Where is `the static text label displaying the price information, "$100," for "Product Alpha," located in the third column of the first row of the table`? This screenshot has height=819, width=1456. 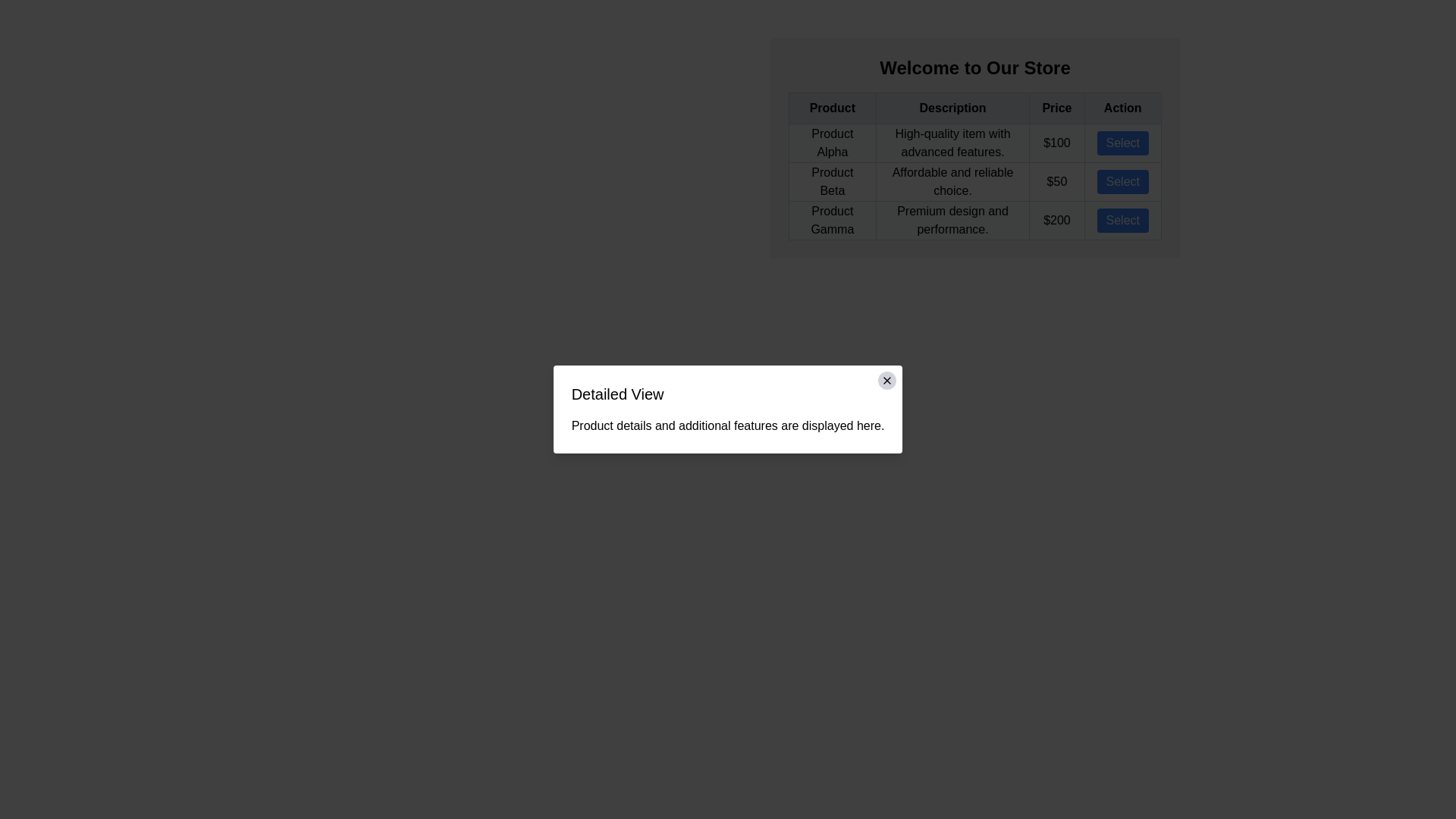 the static text label displaying the price information, "$100," for "Product Alpha," located in the third column of the first row of the table is located at coordinates (1056, 143).